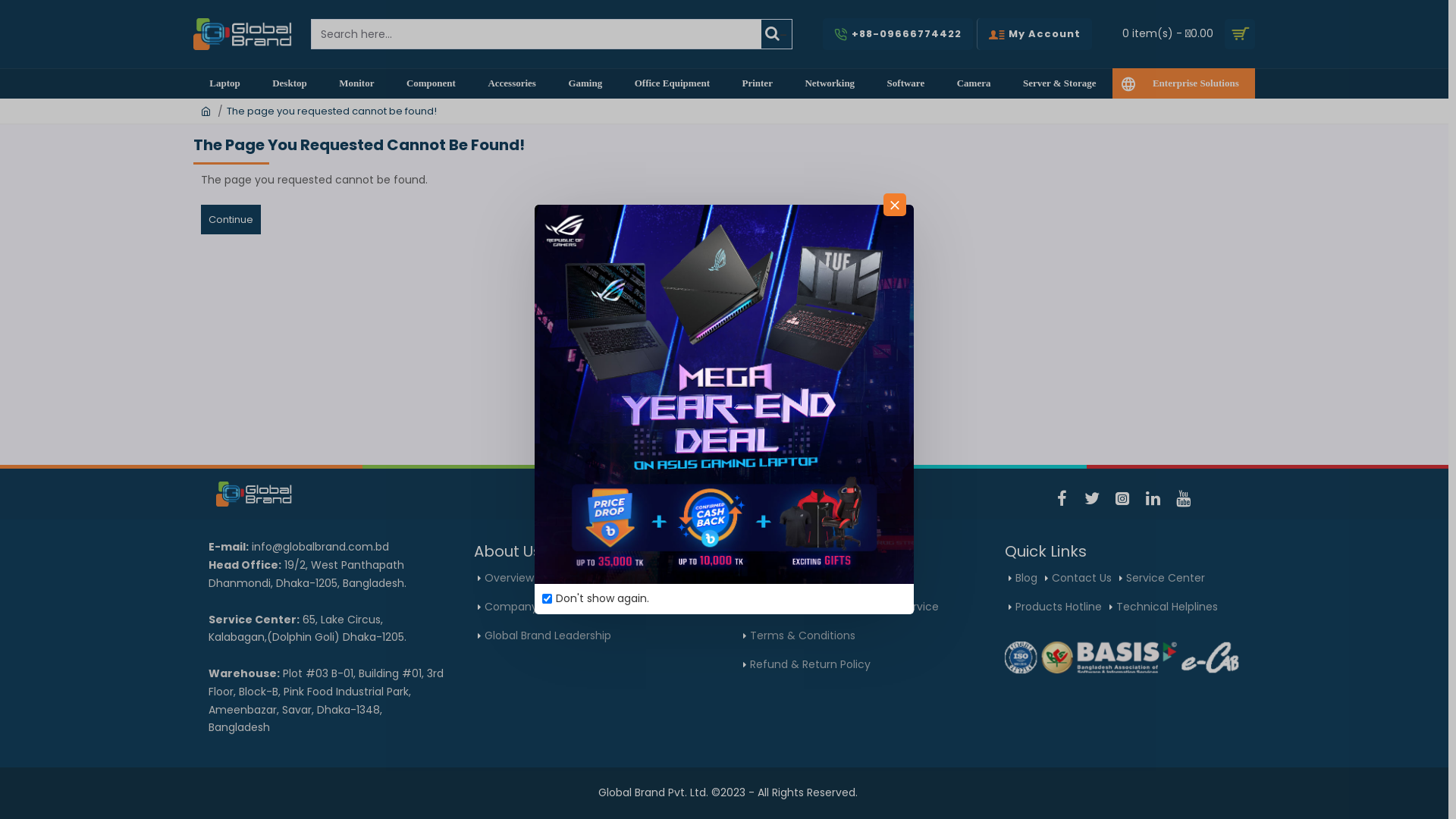 This screenshot has height=819, width=1456. I want to click on 'Service Center', so click(1119, 579).